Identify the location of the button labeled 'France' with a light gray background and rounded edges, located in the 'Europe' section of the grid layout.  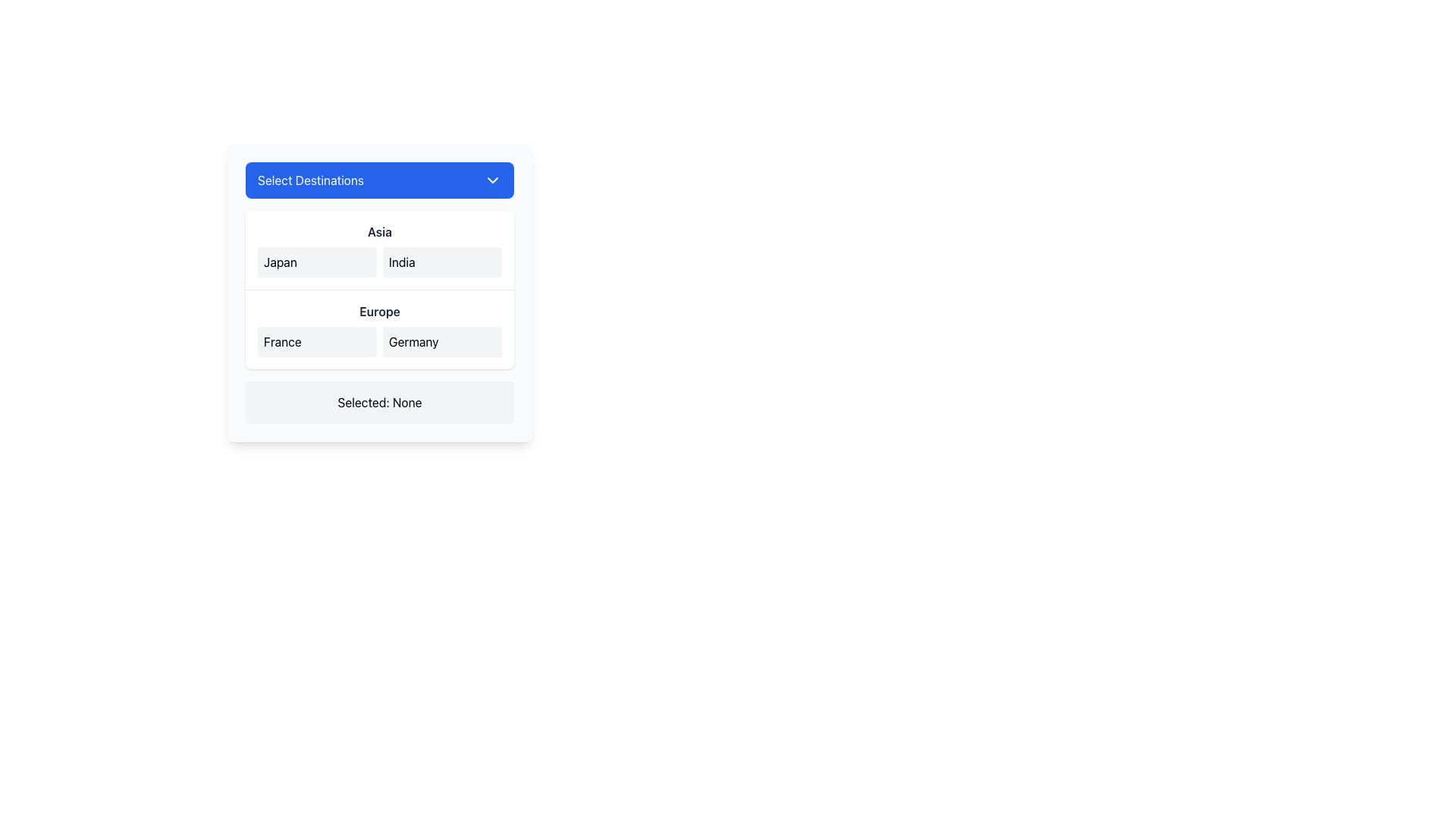
(316, 342).